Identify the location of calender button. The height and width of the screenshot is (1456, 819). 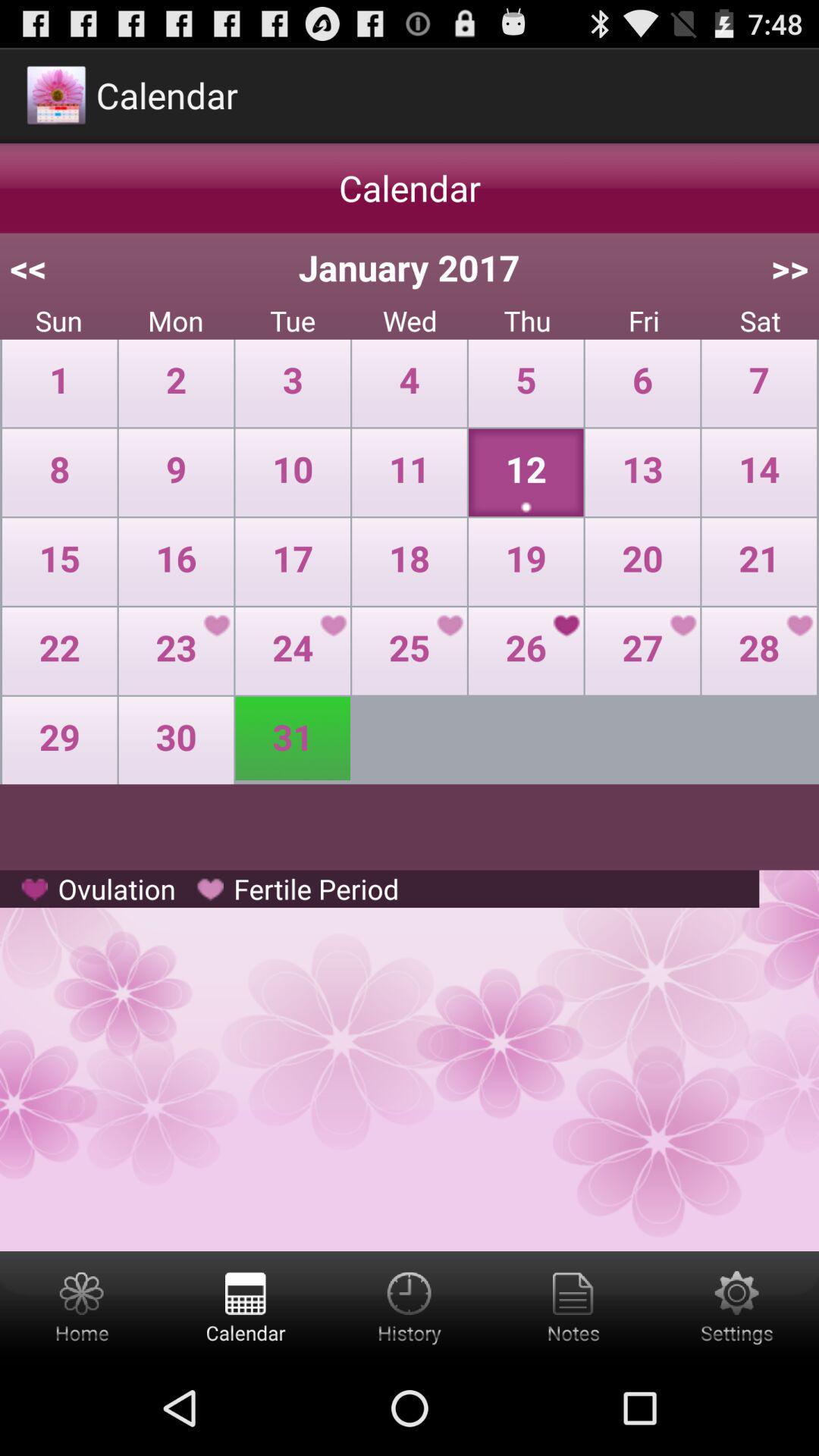
(245, 1305).